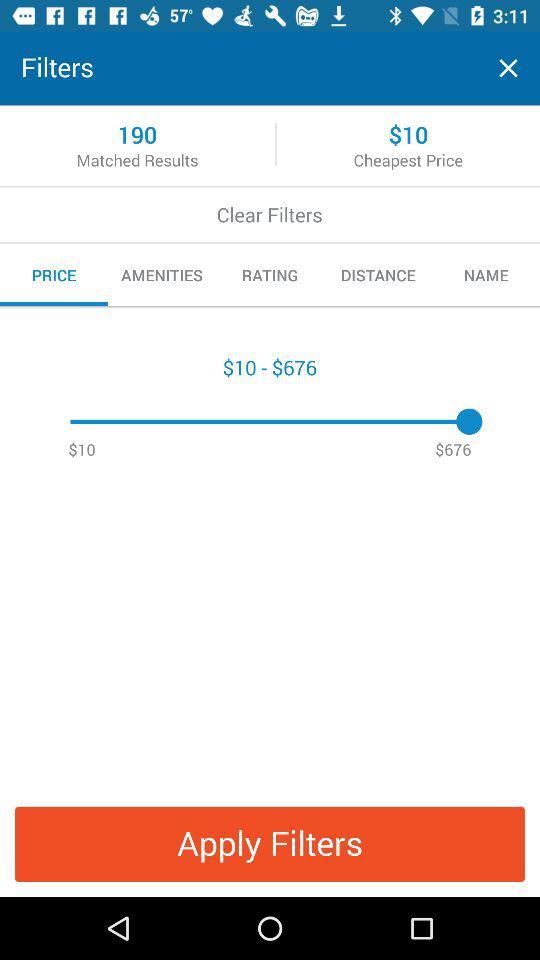 This screenshot has height=960, width=540. I want to click on the page, so click(508, 68).